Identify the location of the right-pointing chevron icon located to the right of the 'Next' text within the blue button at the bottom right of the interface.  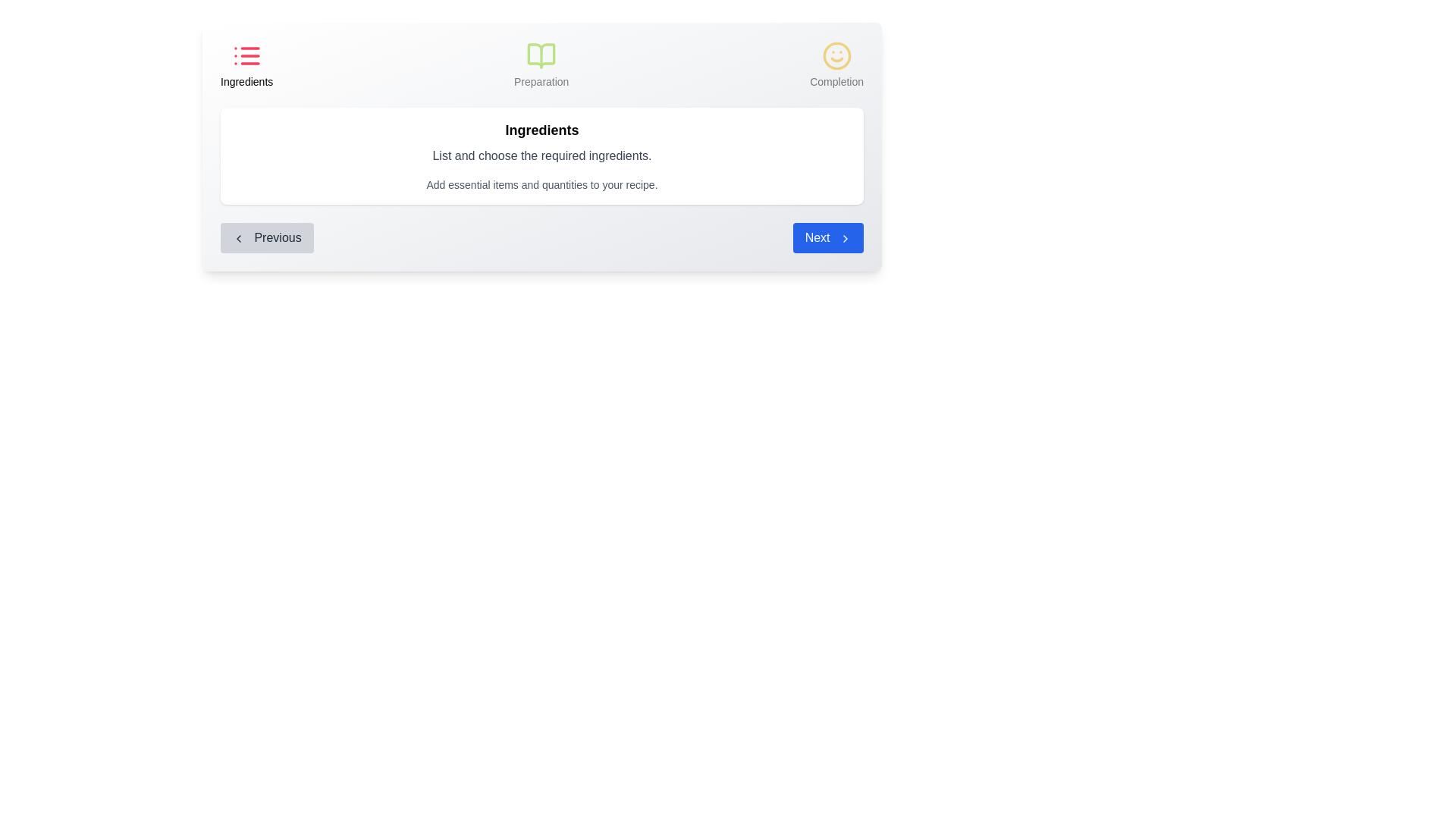
(844, 237).